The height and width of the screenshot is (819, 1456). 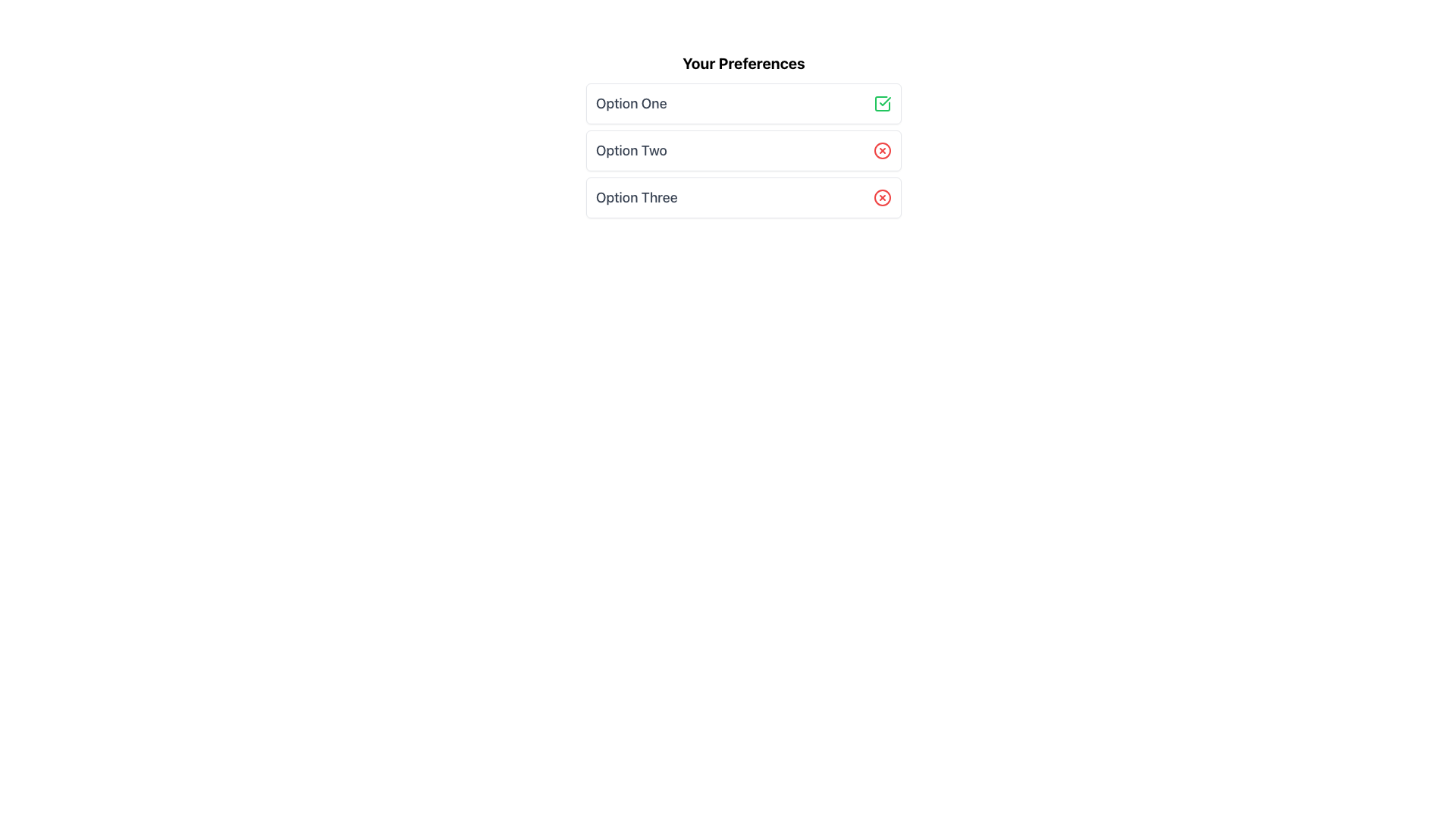 What do you see at coordinates (636, 197) in the screenshot?
I see `static text label displaying 'Option Three', which is the third entry in the list of options under 'Your Preferences'` at bounding box center [636, 197].